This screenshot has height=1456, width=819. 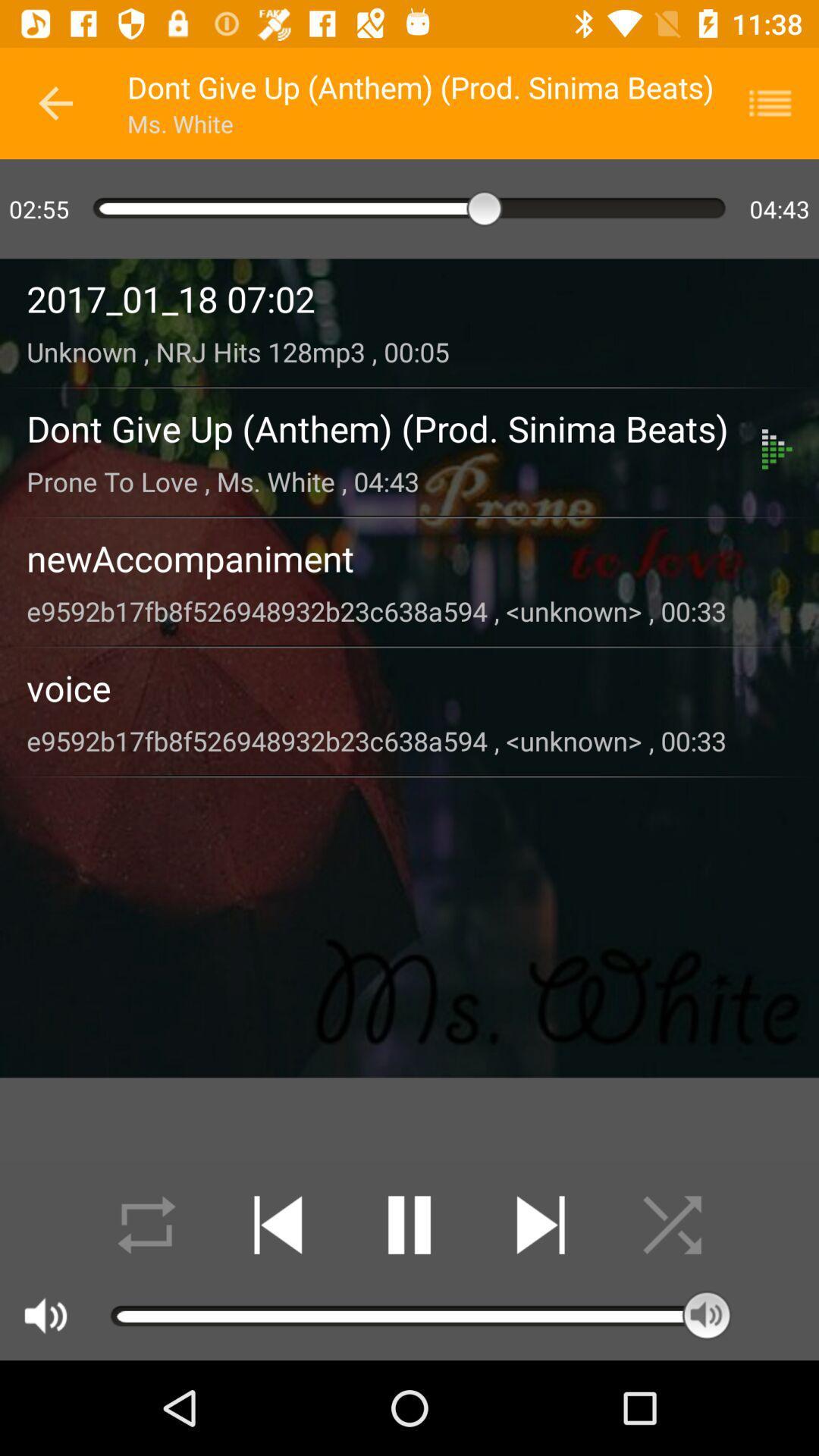 What do you see at coordinates (780, 102) in the screenshot?
I see `the national_flag icon` at bounding box center [780, 102].